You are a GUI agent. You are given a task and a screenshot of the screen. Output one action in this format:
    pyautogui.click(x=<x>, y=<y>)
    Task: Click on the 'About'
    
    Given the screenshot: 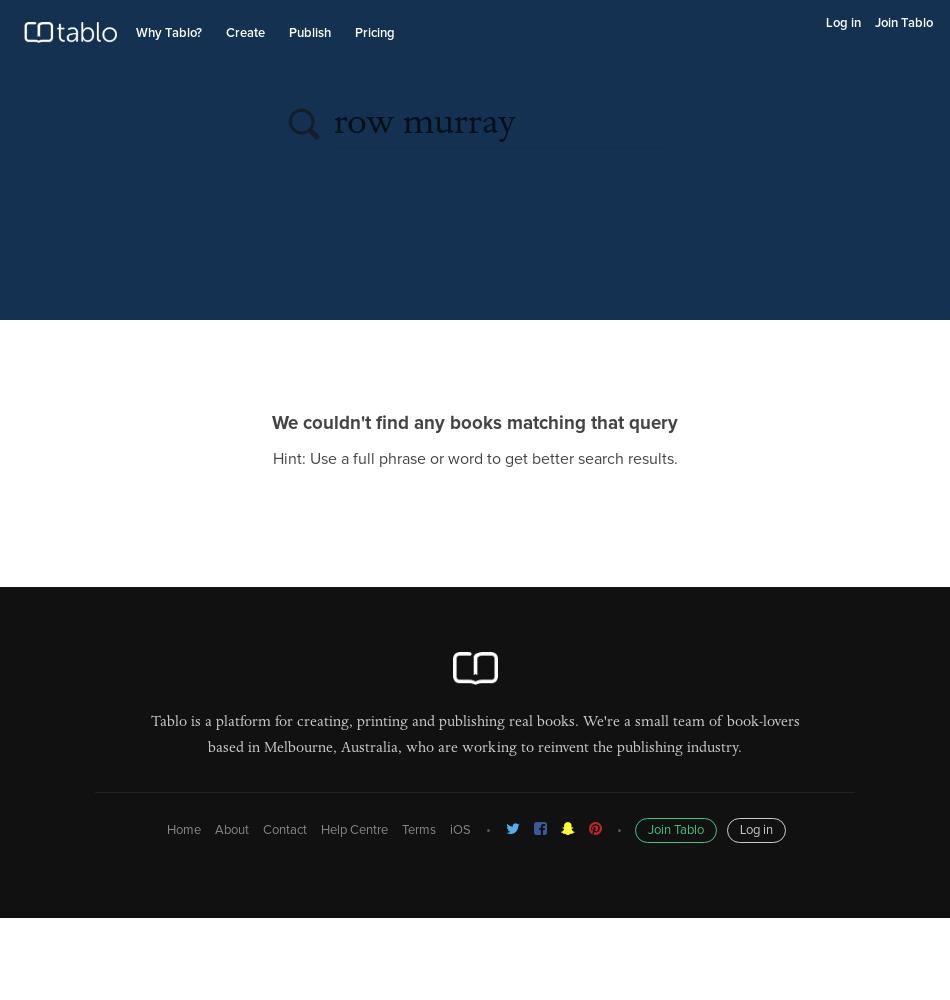 What is the action you would take?
    pyautogui.click(x=231, y=829)
    